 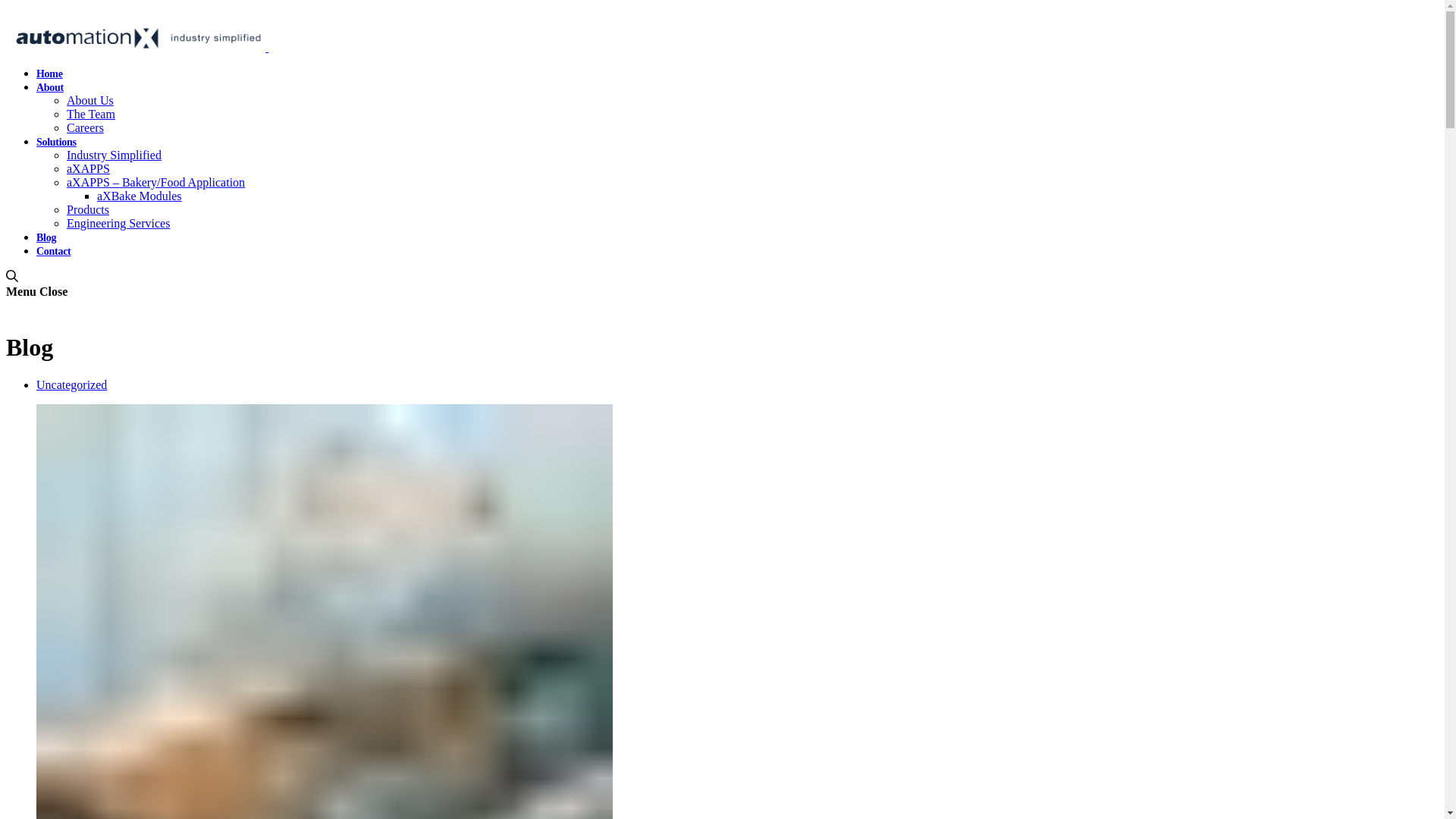 What do you see at coordinates (86, 209) in the screenshot?
I see `'Products'` at bounding box center [86, 209].